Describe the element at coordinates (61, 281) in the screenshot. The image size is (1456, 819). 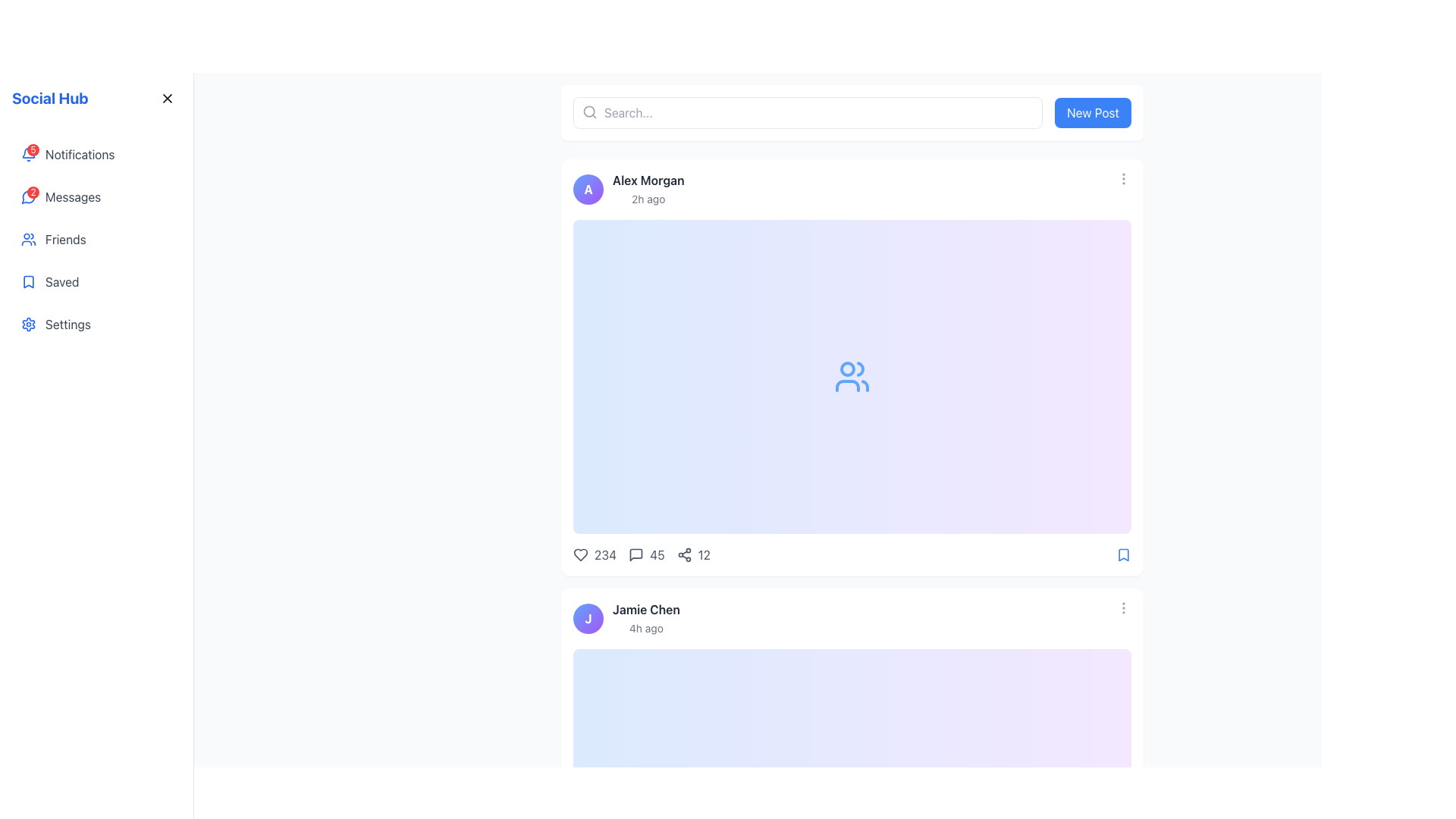
I see `the Text Label in the sidebar that indicates saved items, located fourth from the top` at that location.